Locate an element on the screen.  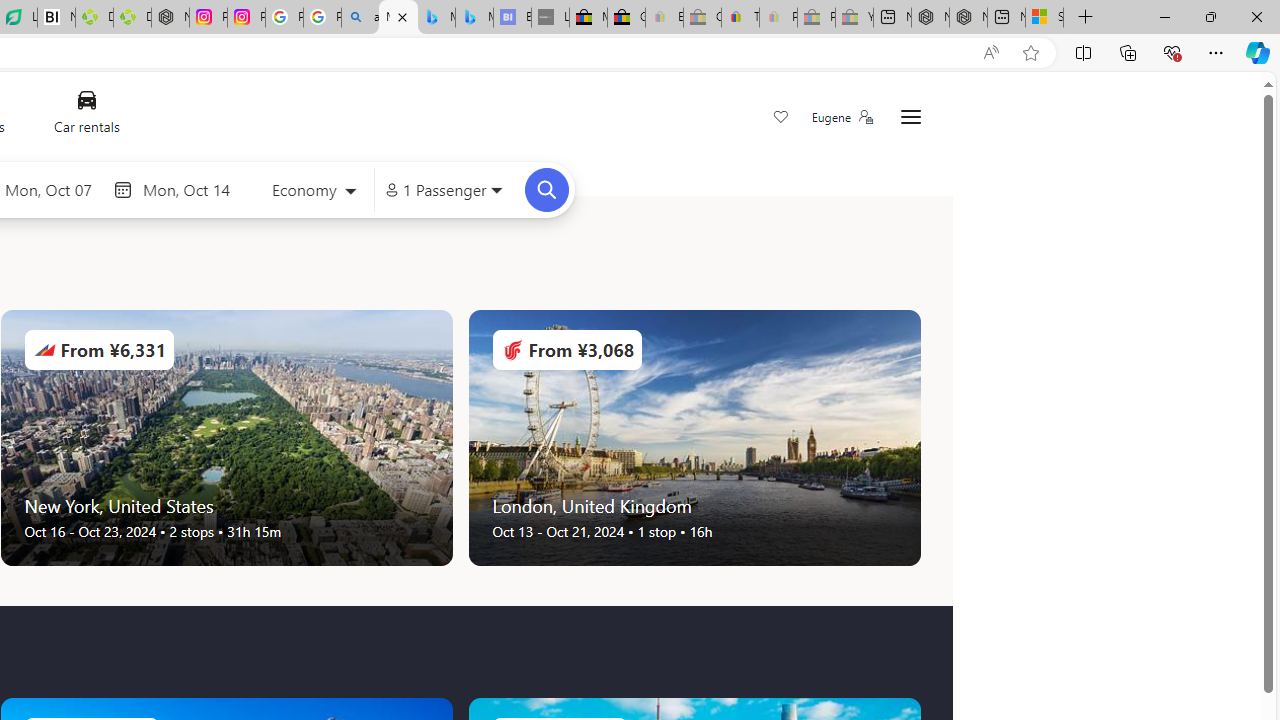
'Threats and offensive language policy | eBay' is located at coordinates (739, 17).